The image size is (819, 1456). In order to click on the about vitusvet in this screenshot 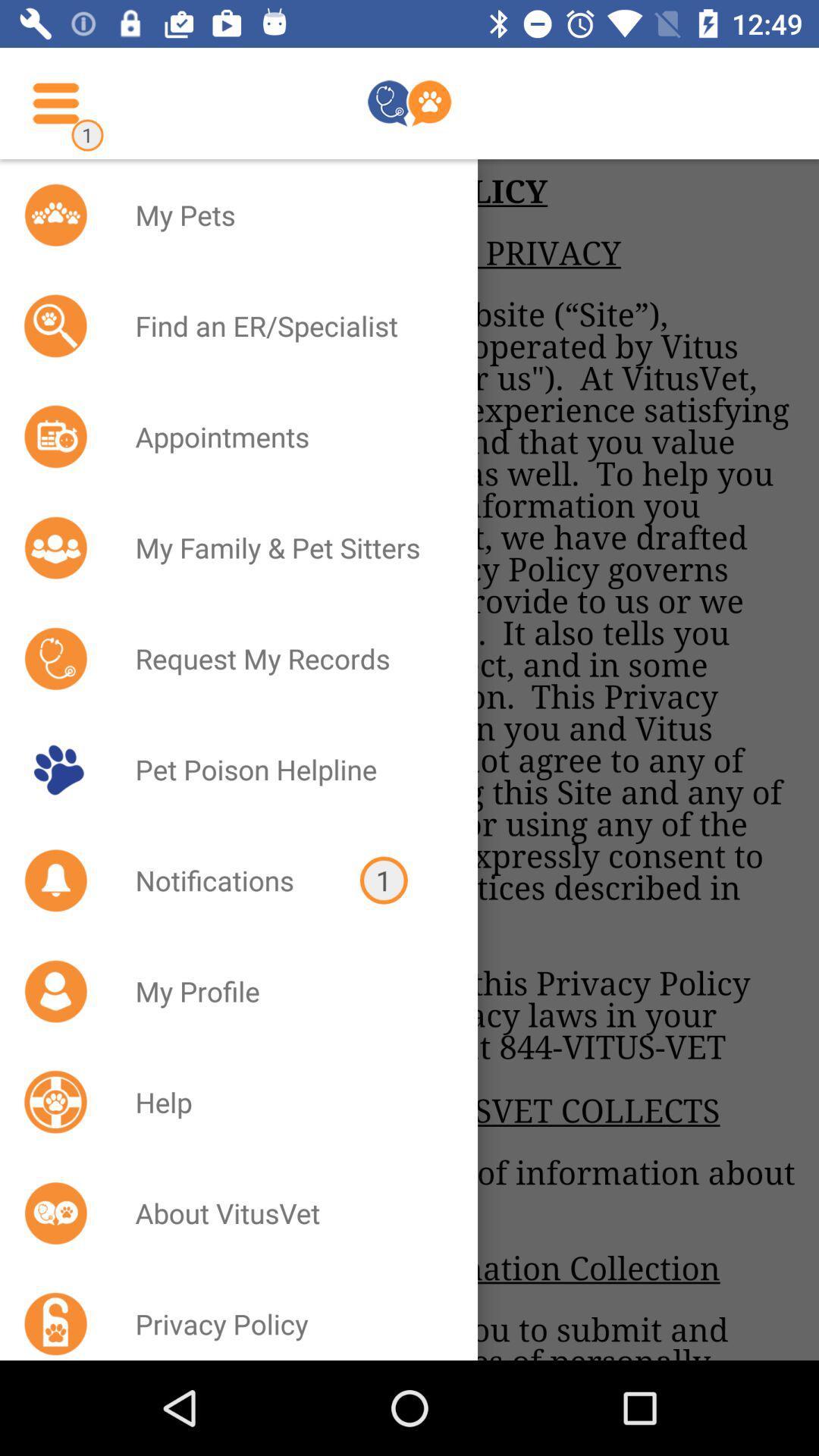, I will do `click(287, 1212)`.